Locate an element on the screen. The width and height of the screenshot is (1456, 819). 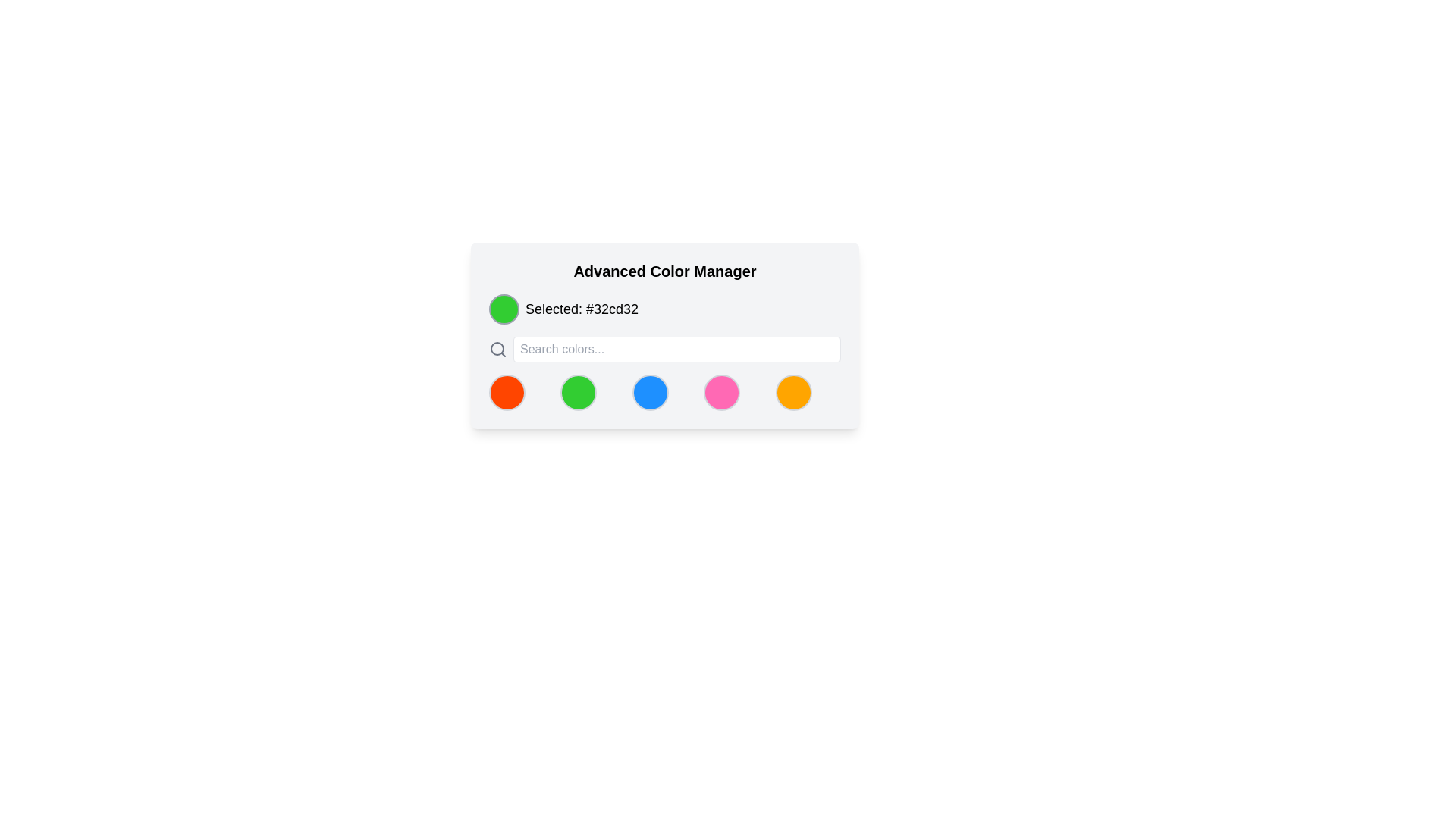
the inner circular component of the search icon, which visually represents the lens part of a magnifying glass, located to the left of the text input field is located at coordinates (497, 348).